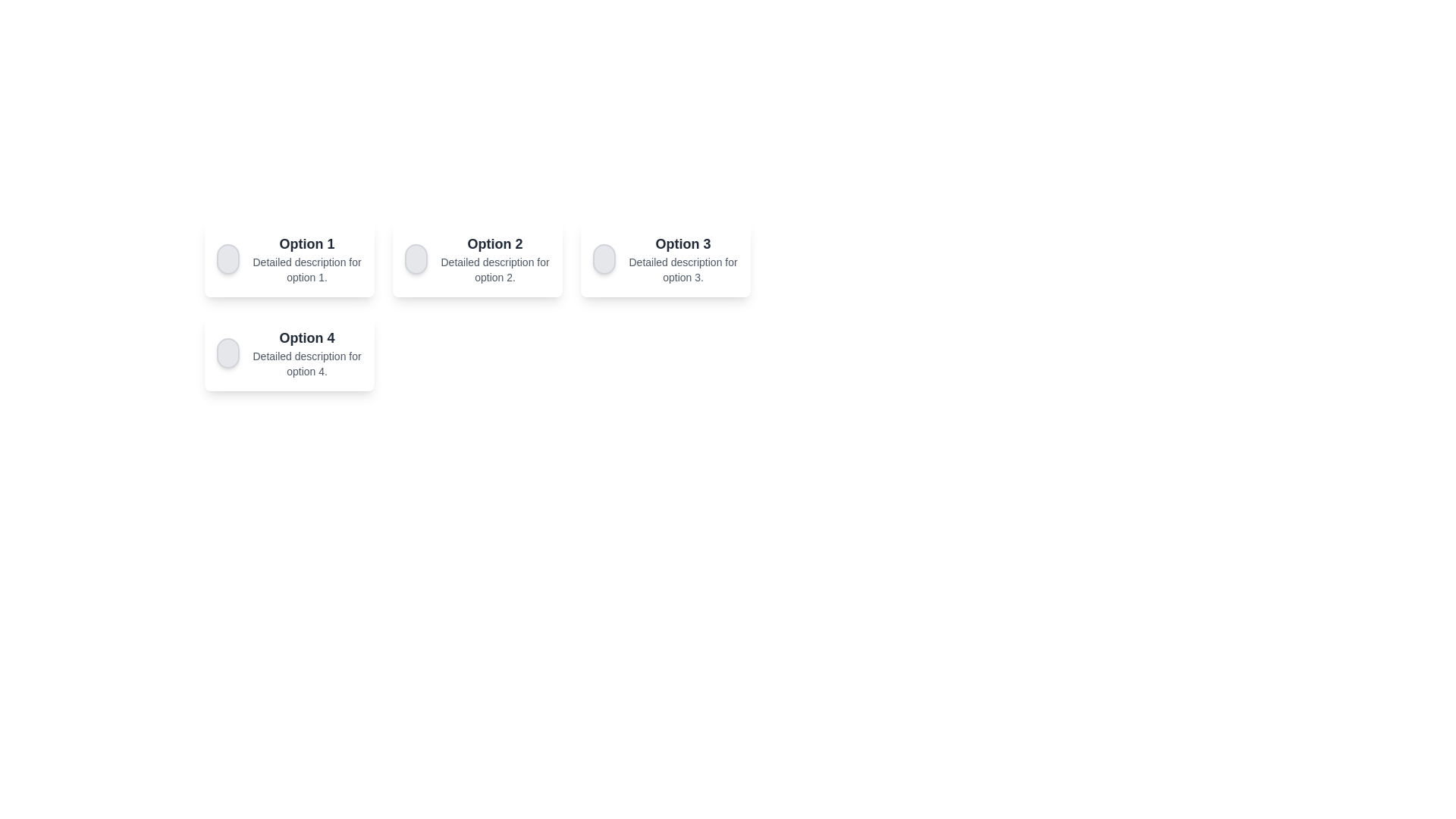 The height and width of the screenshot is (819, 1456). What do you see at coordinates (666, 259) in the screenshot?
I see `the text block element titled 'Option 3', which contains a detailed description styled within a white rectangular background` at bounding box center [666, 259].